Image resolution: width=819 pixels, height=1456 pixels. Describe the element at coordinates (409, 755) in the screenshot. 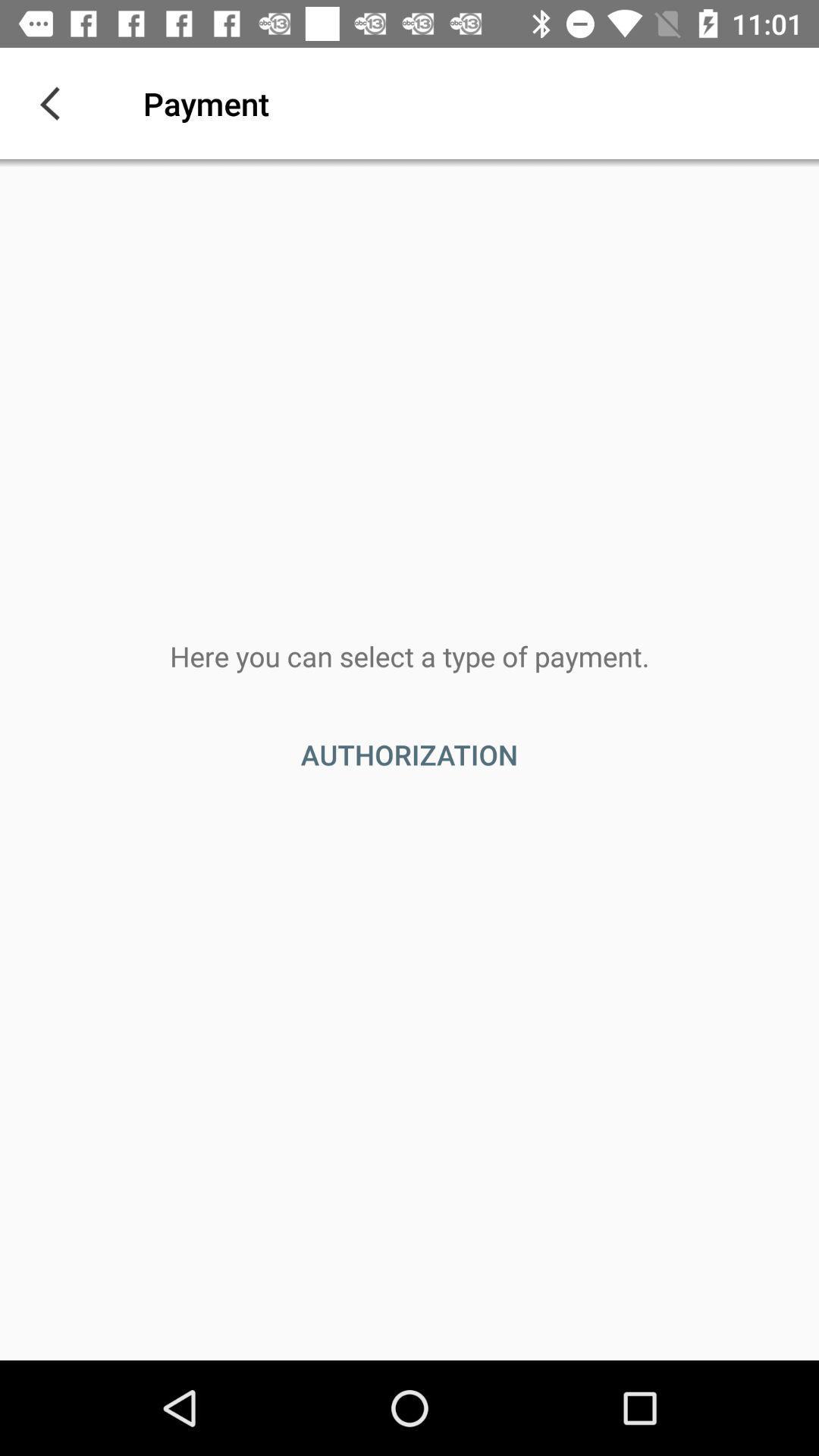

I see `the item below the here you can item` at that location.